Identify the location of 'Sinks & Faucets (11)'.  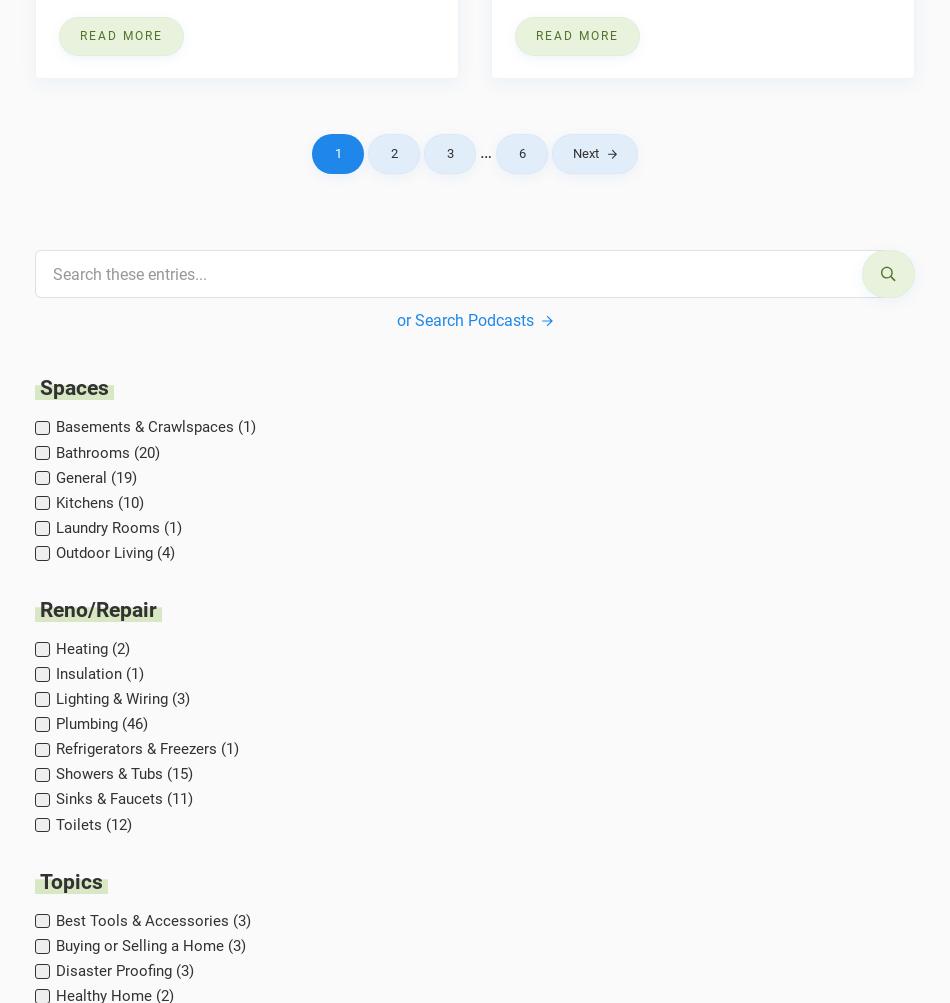
(123, 798).